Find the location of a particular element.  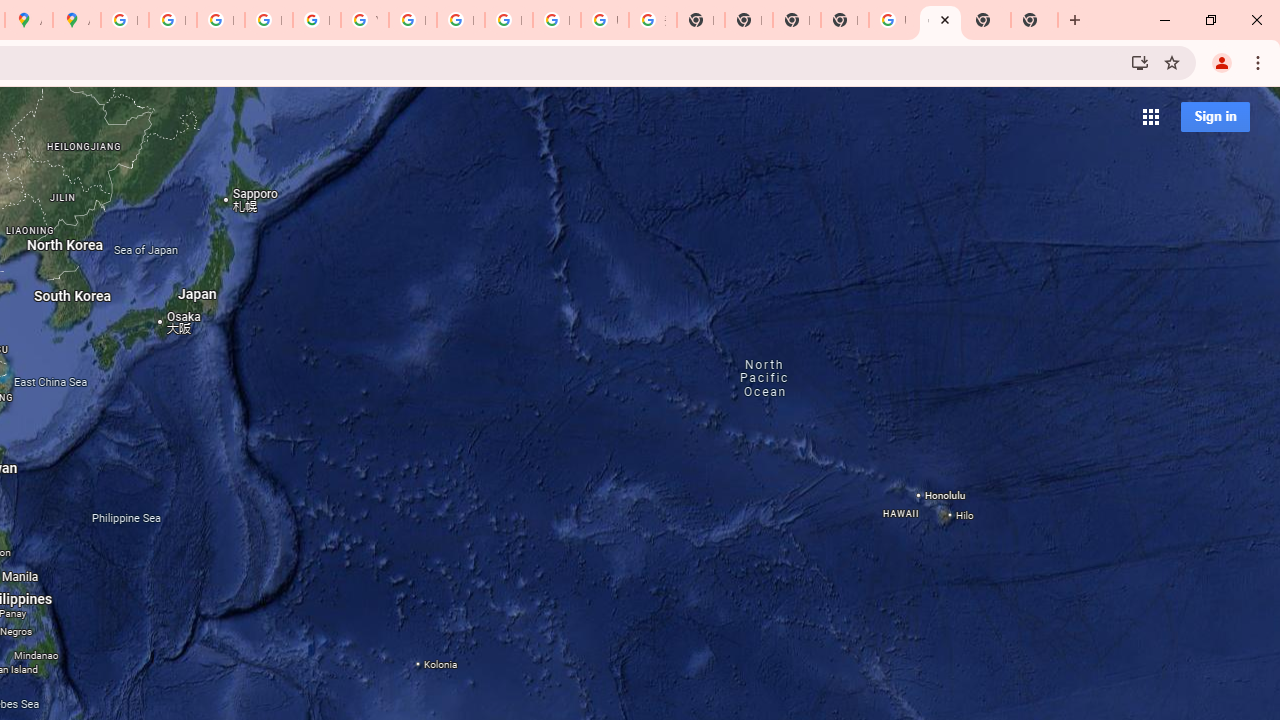

'New Tab' is located at coordinates (987, 20).